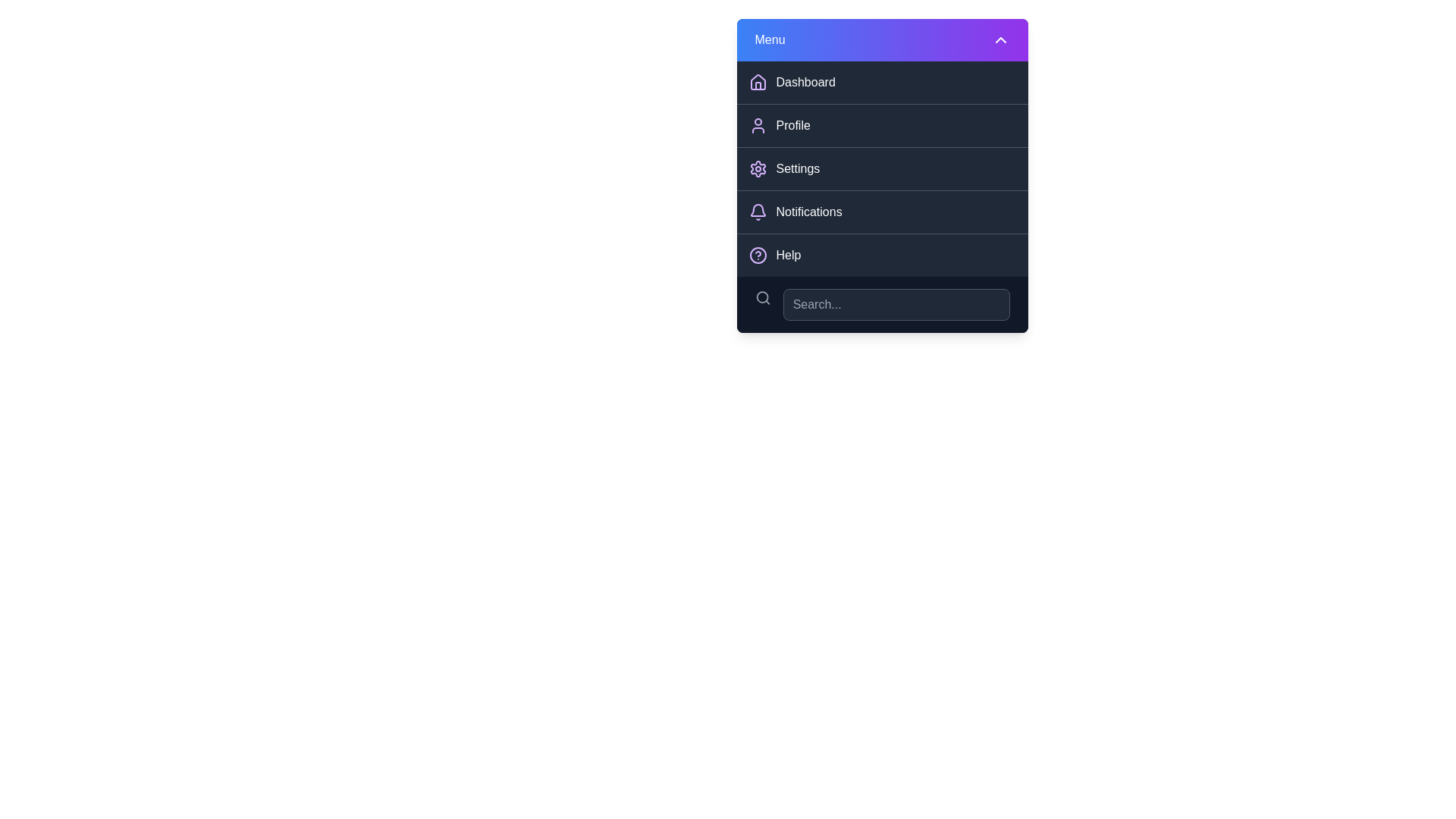  What do you see at coordinates (758, 169) in the screenshot?
I see `the 'Settings' icon in the vertical navigation menu for interaction` at bounding box center [758, 169].